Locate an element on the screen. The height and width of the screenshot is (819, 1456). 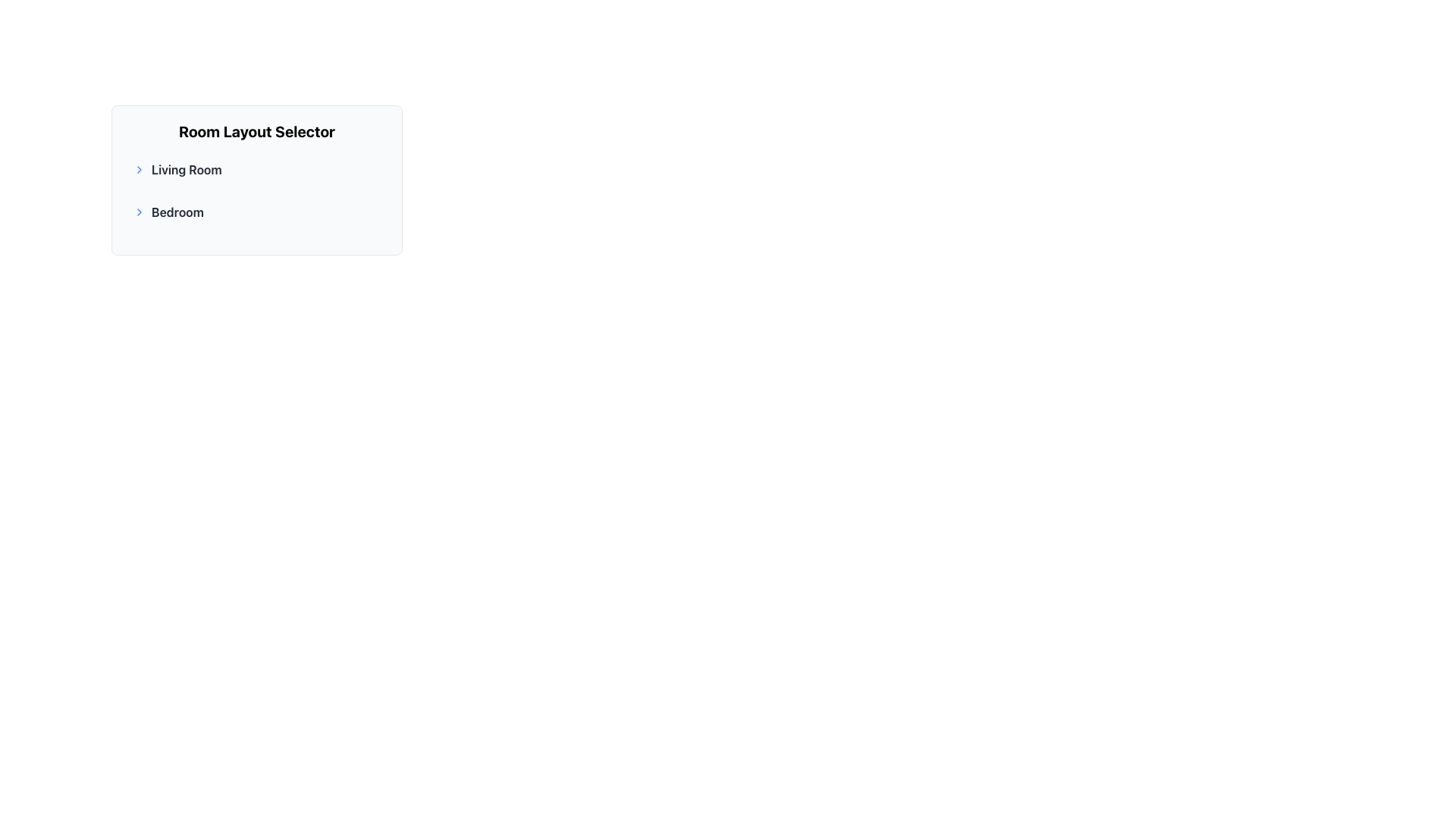
the static text element that serves as a title or heading for the section above the 'Living Room' and 'Bedroom' options is located at coordinates (257, 130).